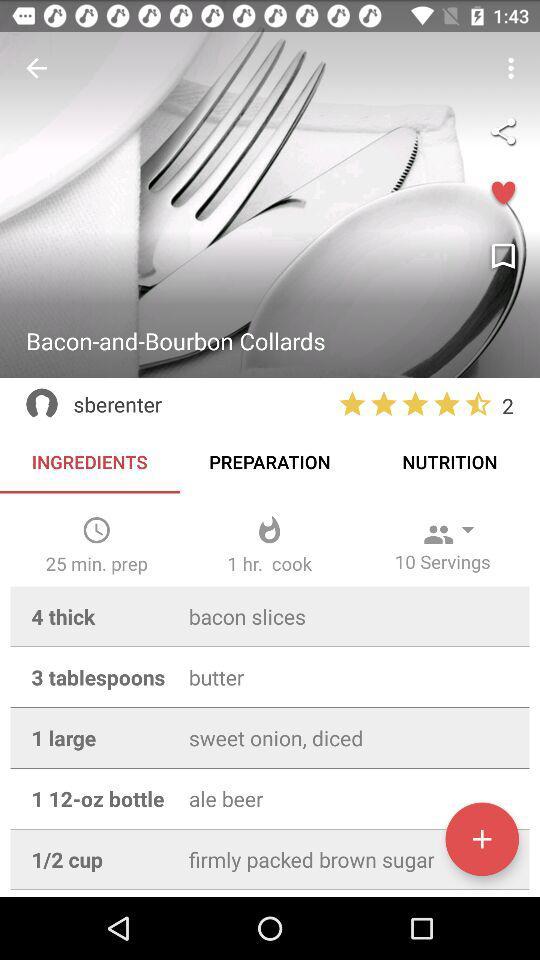 Image resolution: width=540 pixels, height=960 pixels. I want to click on click the save option, so click(502, 256).